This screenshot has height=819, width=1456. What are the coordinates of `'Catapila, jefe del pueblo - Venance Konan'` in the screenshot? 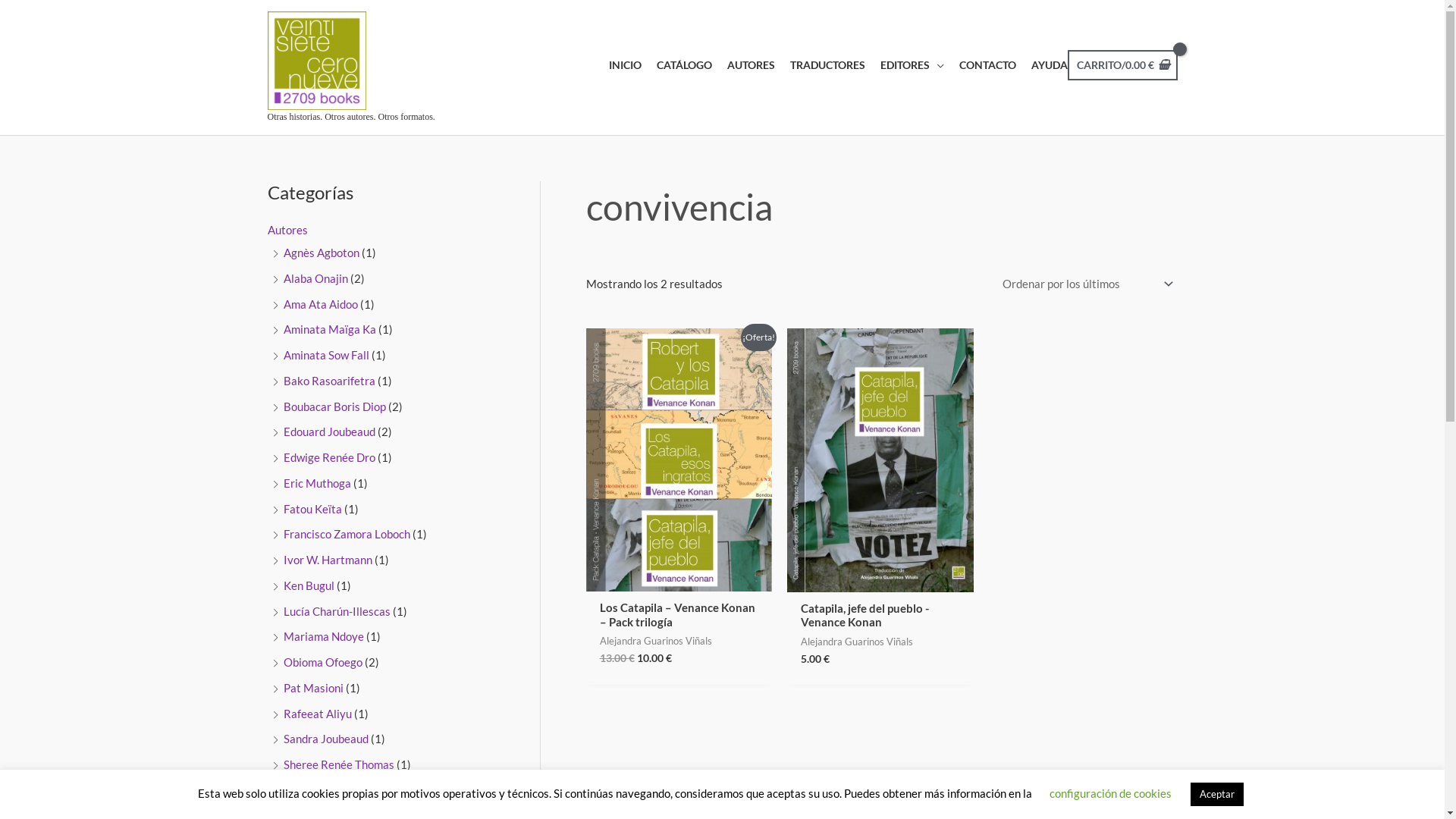 It's located at (880, 618).